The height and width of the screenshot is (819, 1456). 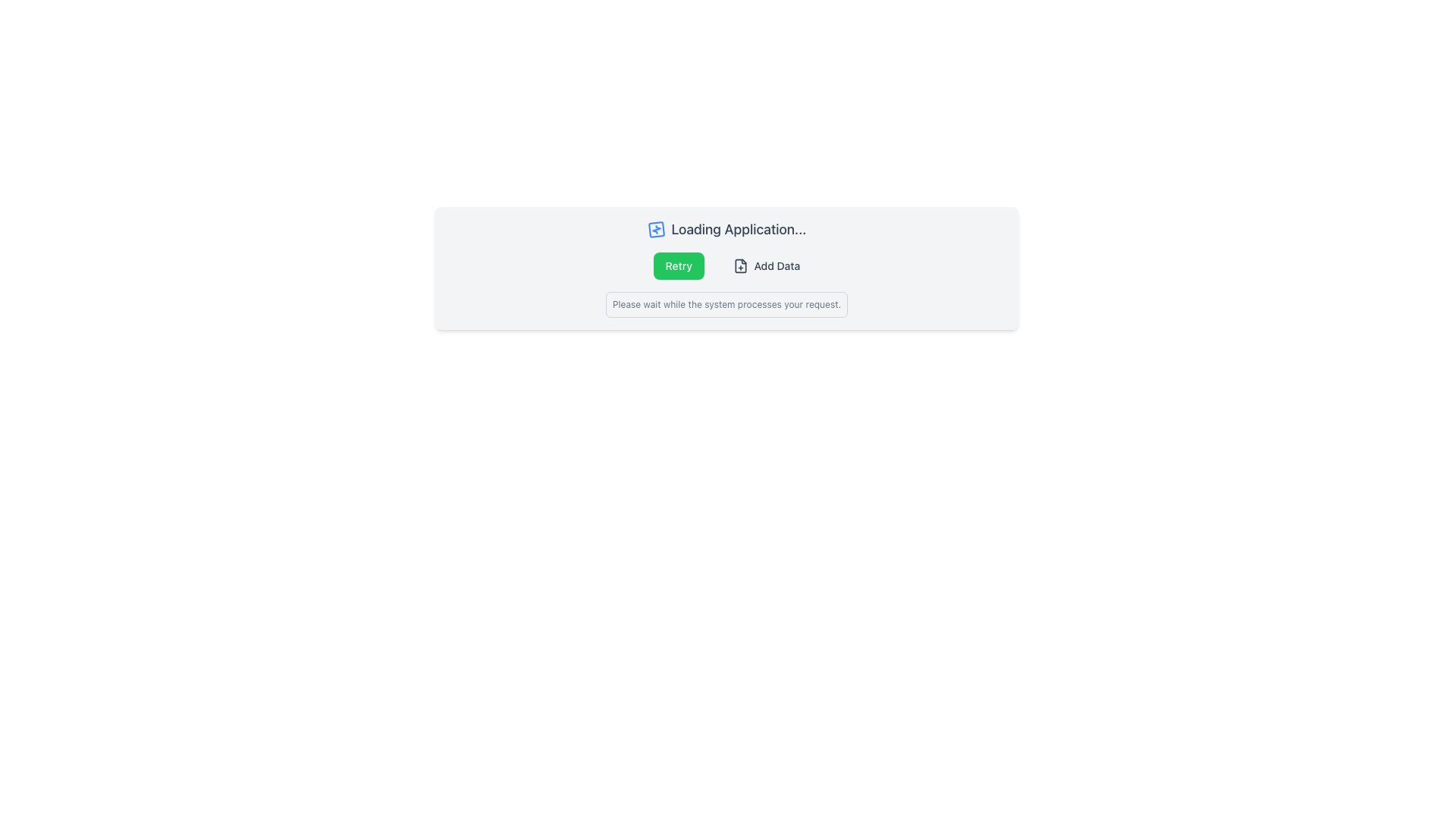 I want to click on the green 'Retry' button with rounded corners, so click(x=686, y=265).